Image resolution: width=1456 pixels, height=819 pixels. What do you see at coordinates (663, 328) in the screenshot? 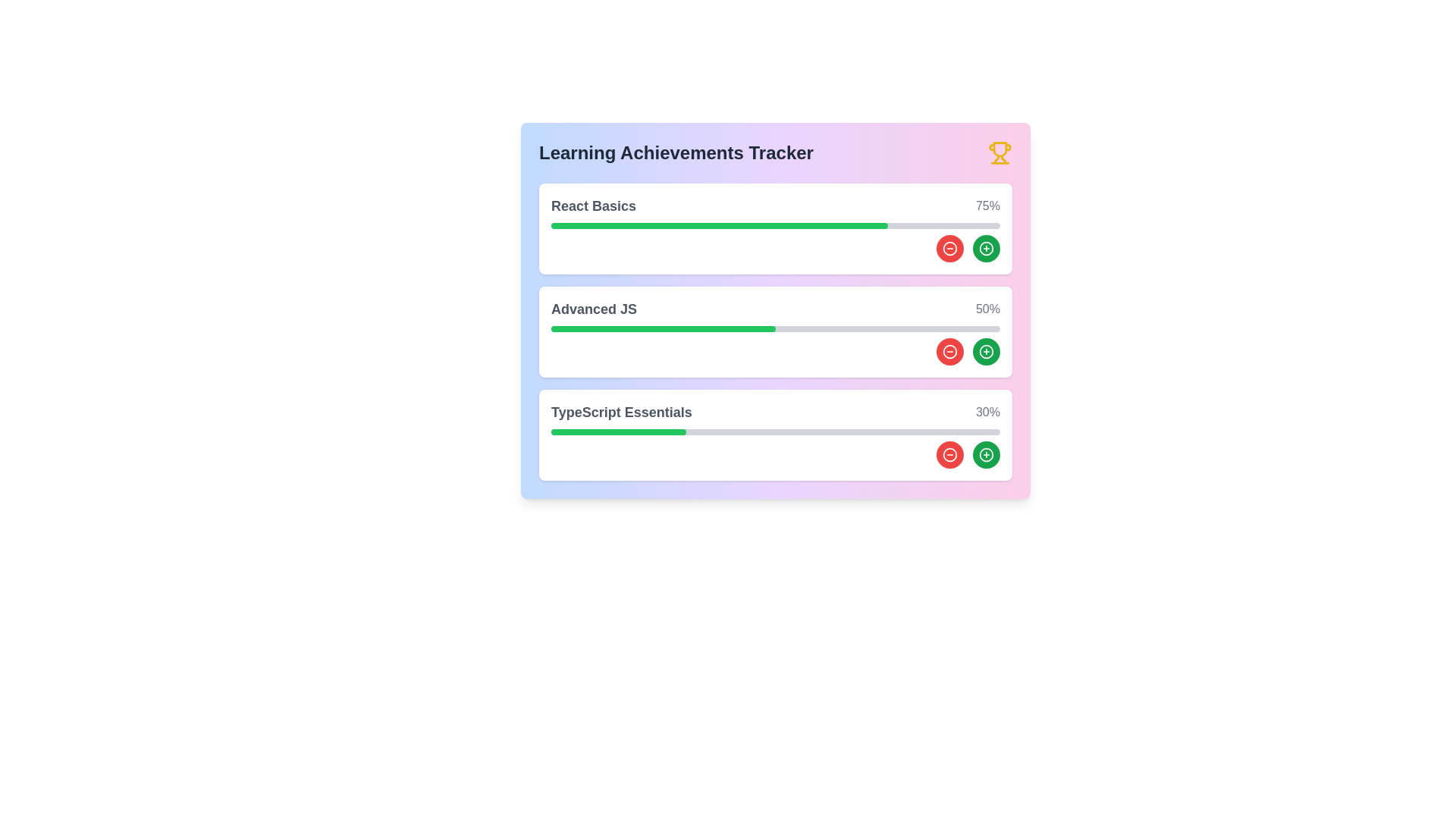
I see `the green progress indicator representing 50% completion in the second progress bar labeled 'Advanced JS'` at bounding box center [663, 328].